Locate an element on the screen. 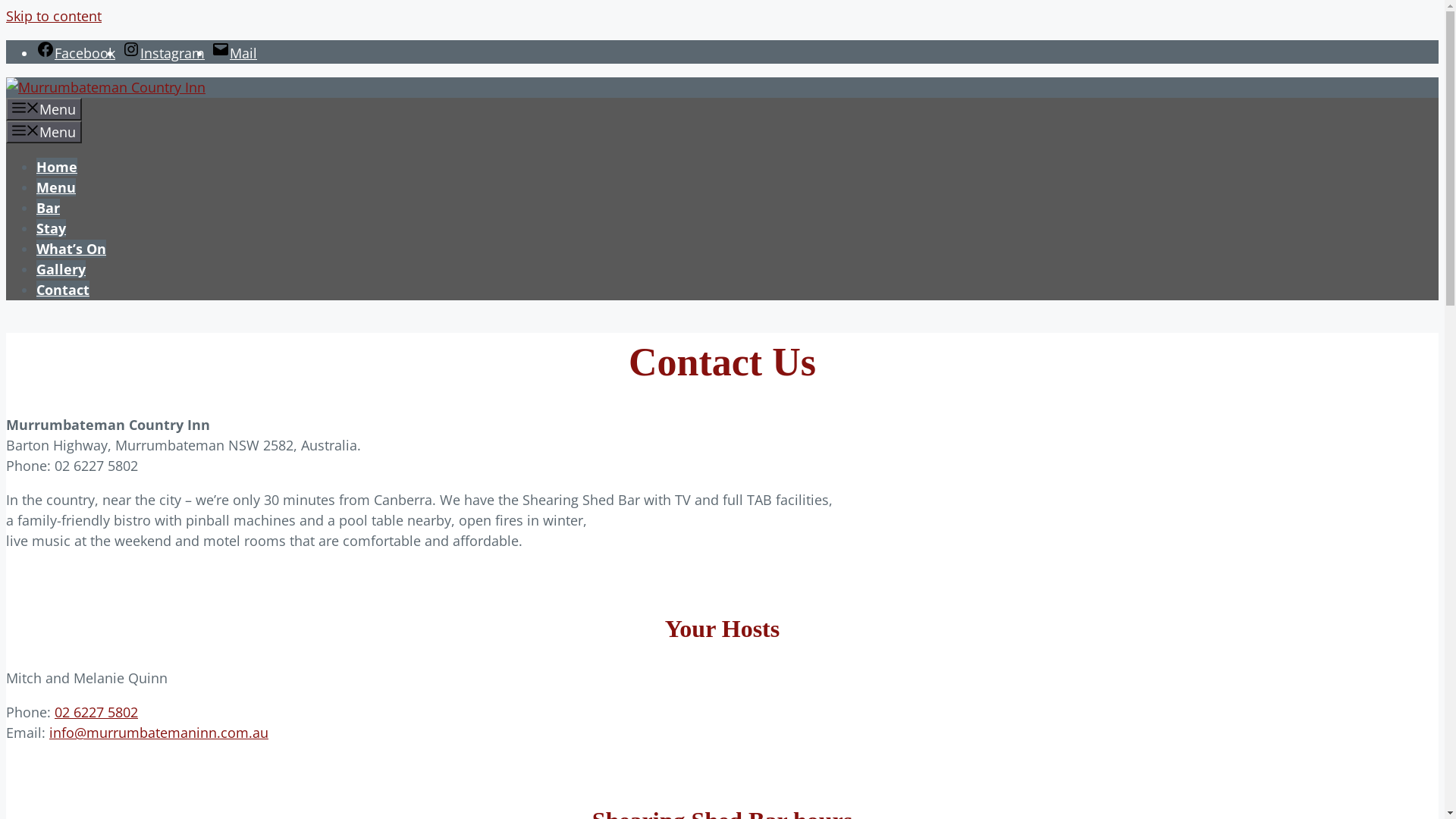 This screenshot has height=819, width=1456. 'Contact' is located at coordinates (61, 289).